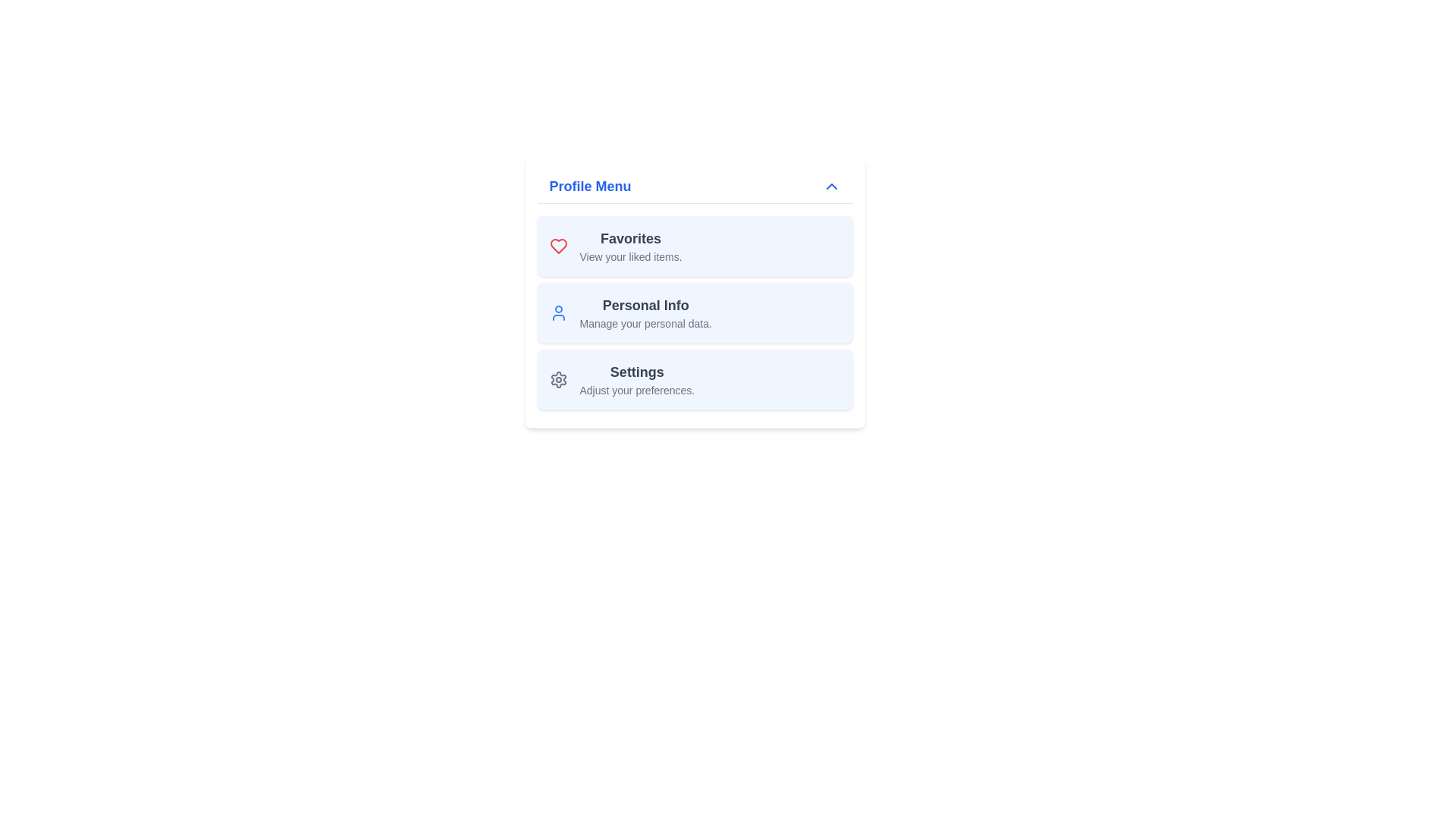 The width and height of the screenshot is (1456, 819). I want to click on the text label displaying 'Manage your personal data.' which is located below the 'Personal Info' label in the personal information settings section, so click(645, 323).